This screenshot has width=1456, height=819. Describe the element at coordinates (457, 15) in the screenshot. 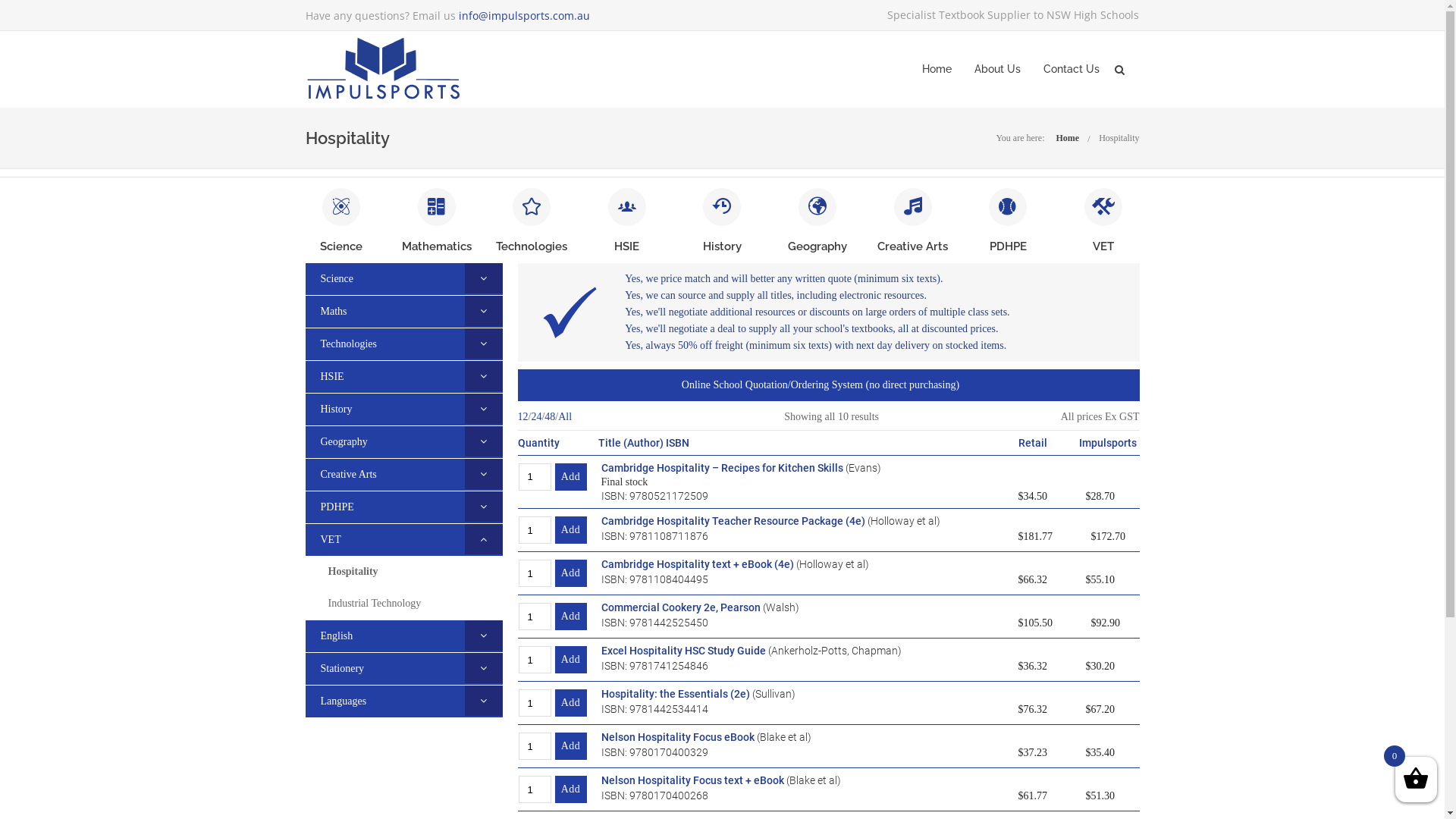

I see `'info@impulsports.com.au'` at that location.